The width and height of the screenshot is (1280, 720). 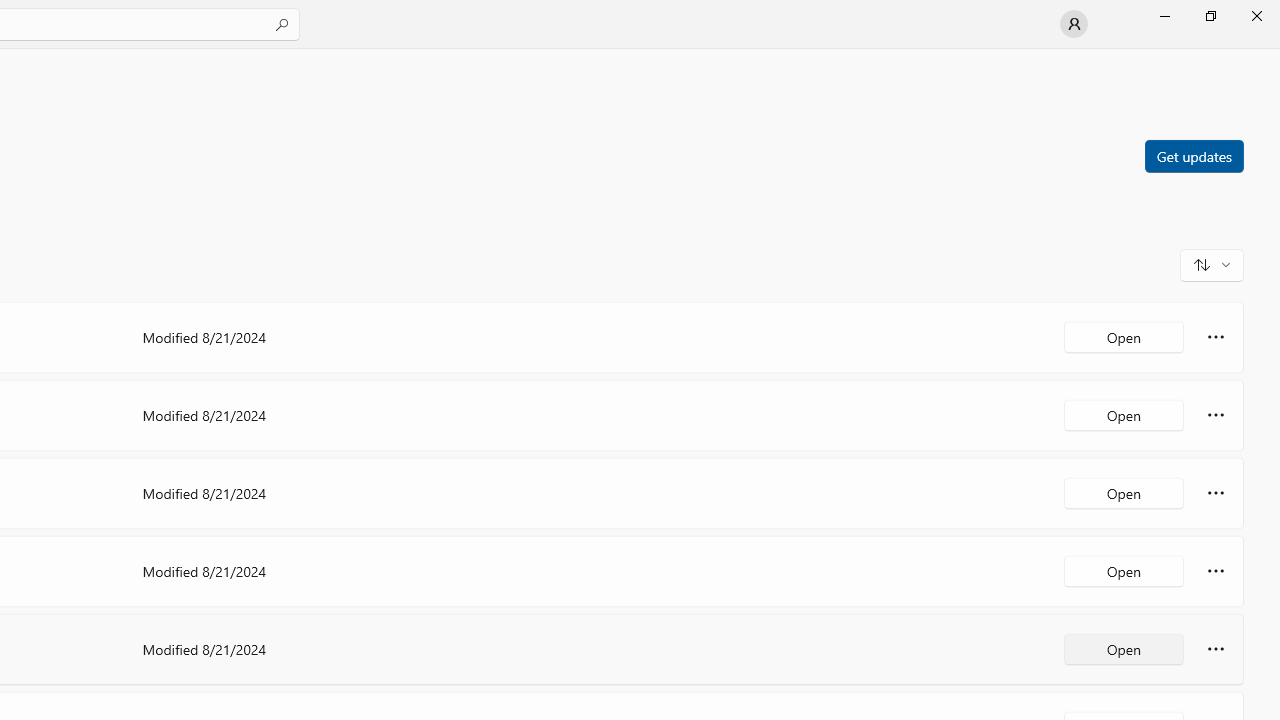 What do you see at coordinates (1193, 154) in the screenshot?
I see `'Get updates'` at bounding box center [1193, 154].